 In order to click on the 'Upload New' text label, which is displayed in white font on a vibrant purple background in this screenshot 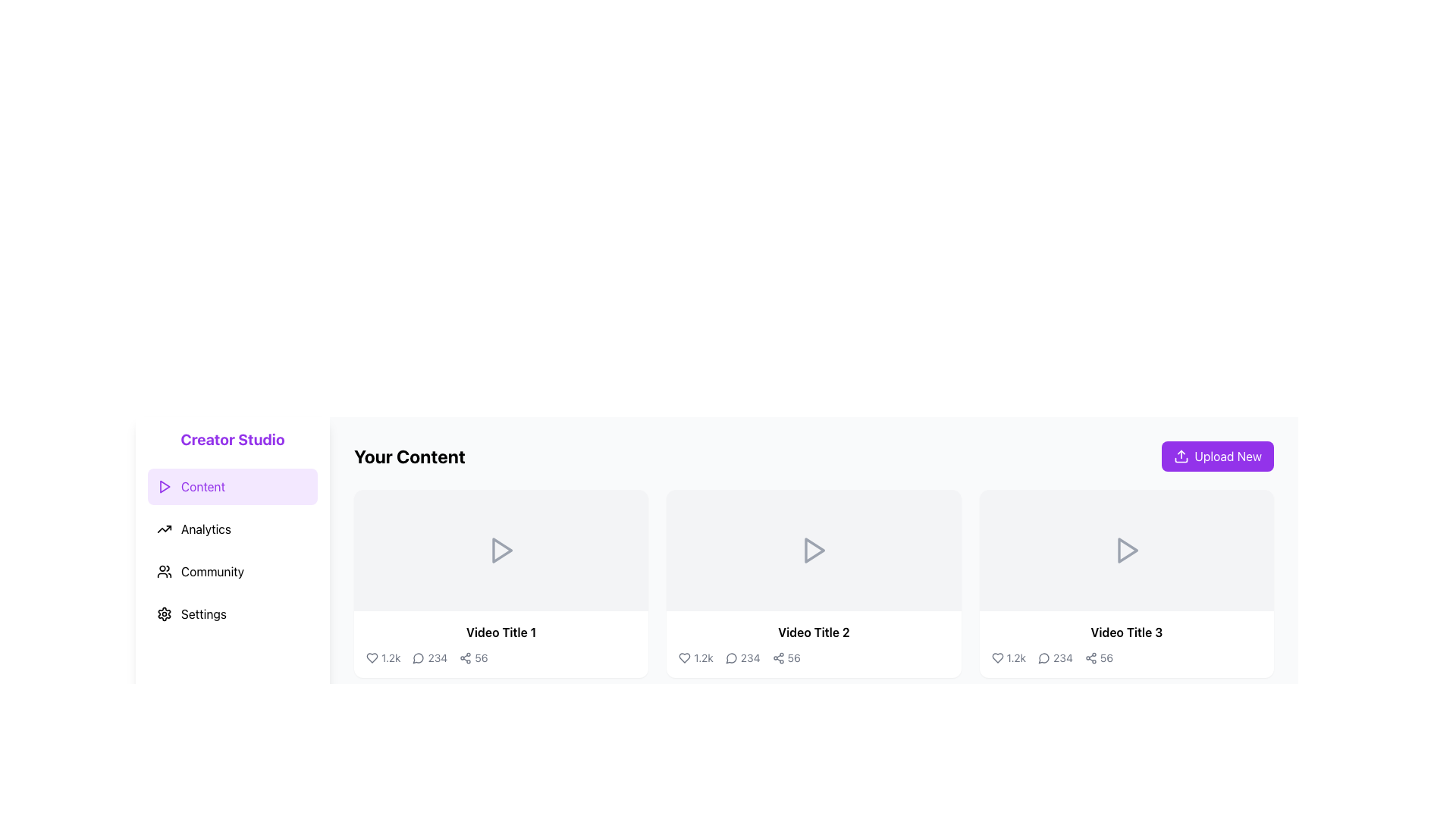, I will do `click(1228, 455)`.